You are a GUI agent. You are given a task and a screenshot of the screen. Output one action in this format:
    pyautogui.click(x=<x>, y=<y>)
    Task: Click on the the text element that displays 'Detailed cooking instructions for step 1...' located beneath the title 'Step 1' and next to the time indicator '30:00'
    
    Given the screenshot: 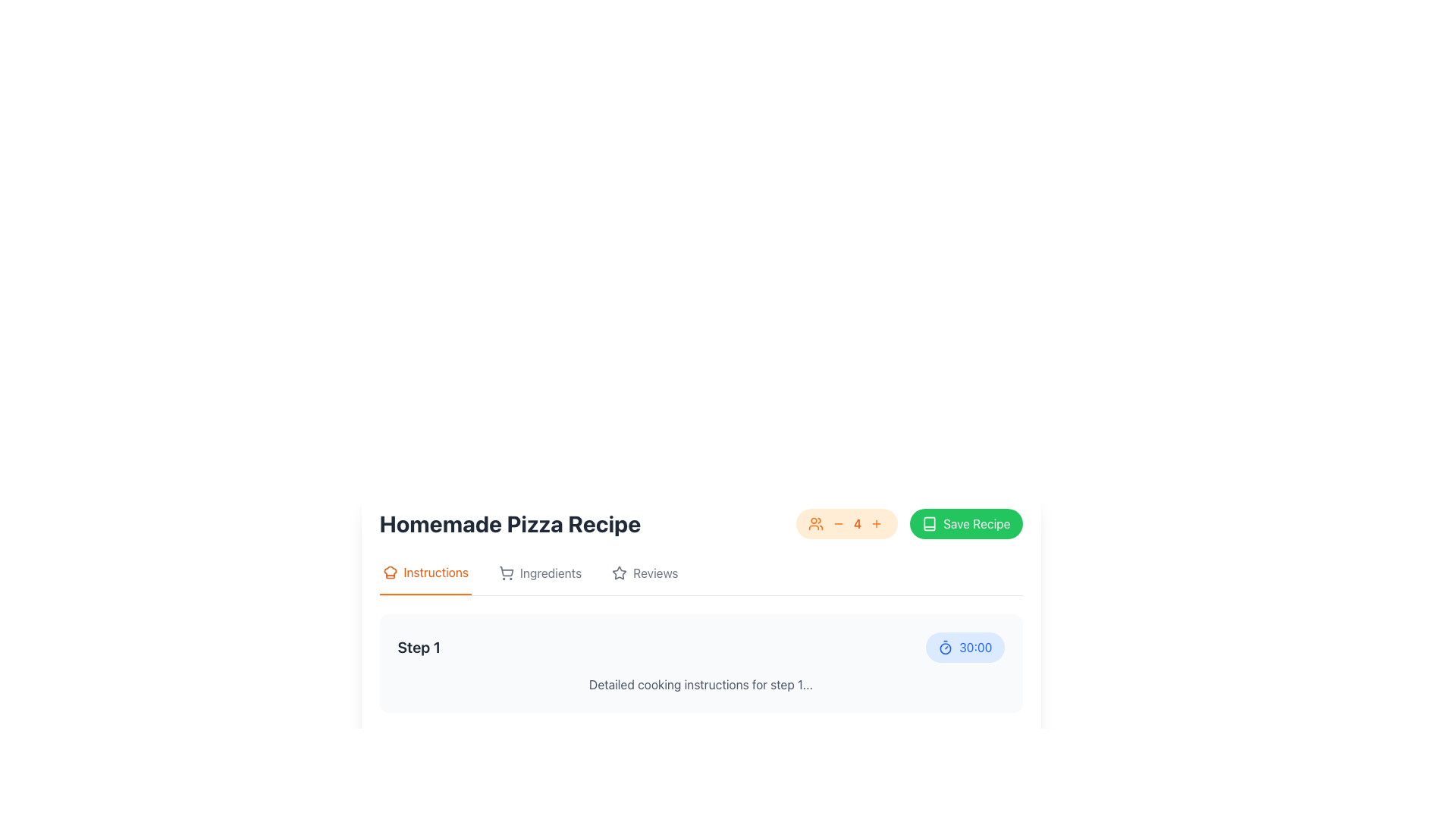 What is the action you would take?
    pyautogui.click(x=700, y=684)
    